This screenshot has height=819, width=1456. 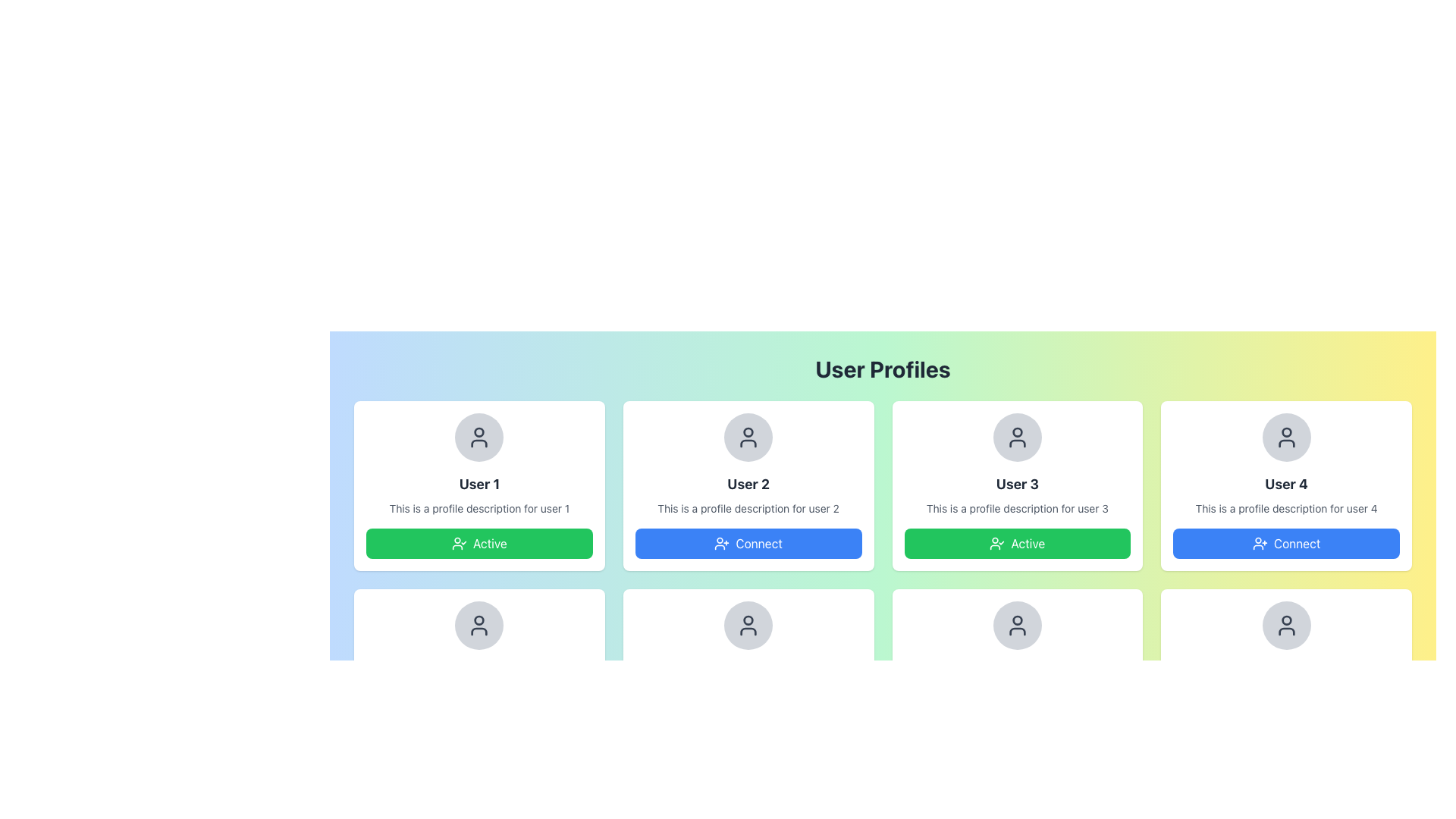 What do you see at coordinates (479, 432) in the screenshot?
I see `the small circular icon located at the top center of the User 1 profile card's avatar illustration` at bounding box center [479, 432].